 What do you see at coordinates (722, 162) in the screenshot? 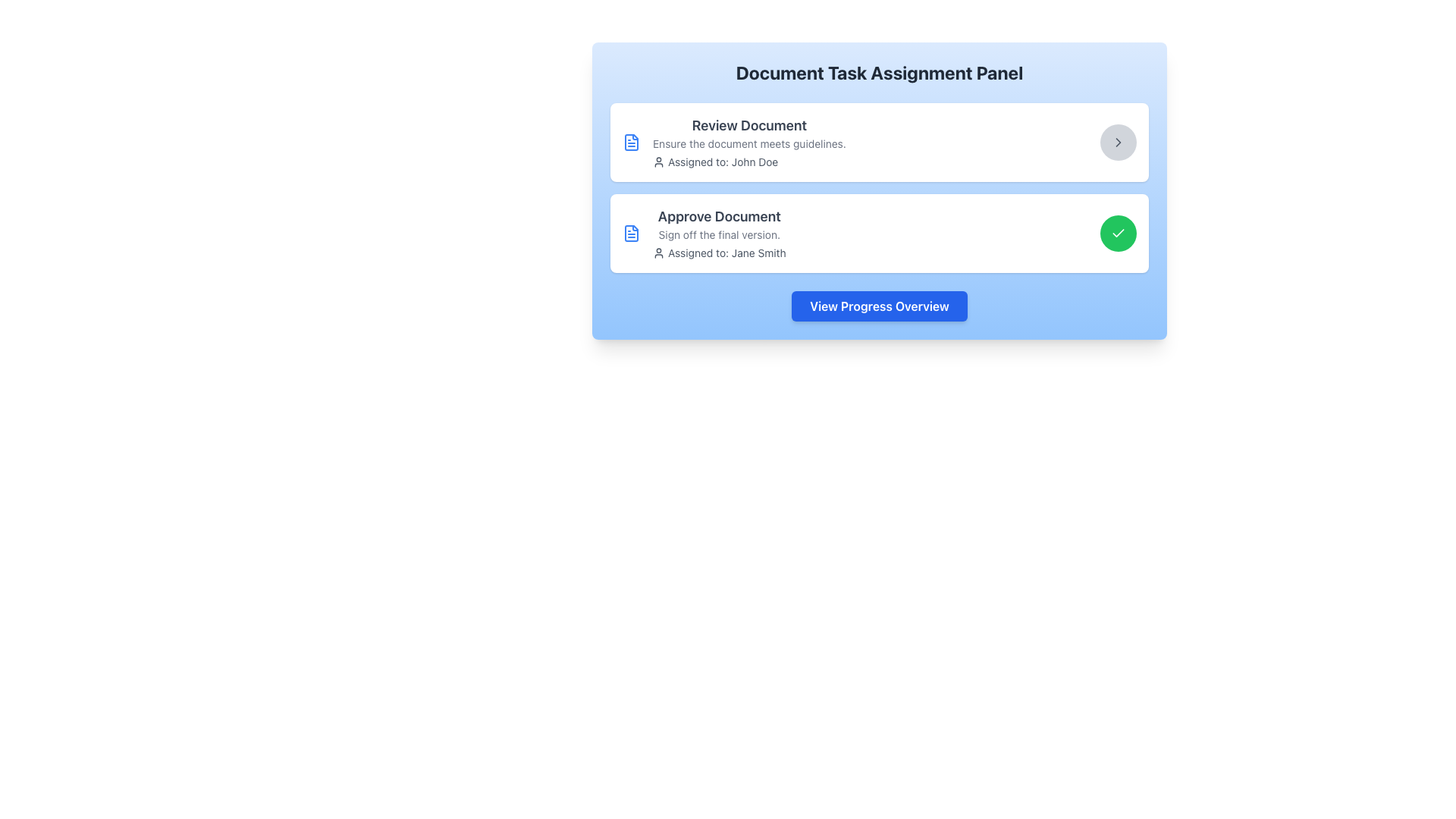
I see `the non-interactive text label displaying 'John Doe' in the upper task panel labeled 'Review Document', which is located under the line 'Ensure the document meets guidelines'` at bounding box center [722, 162].